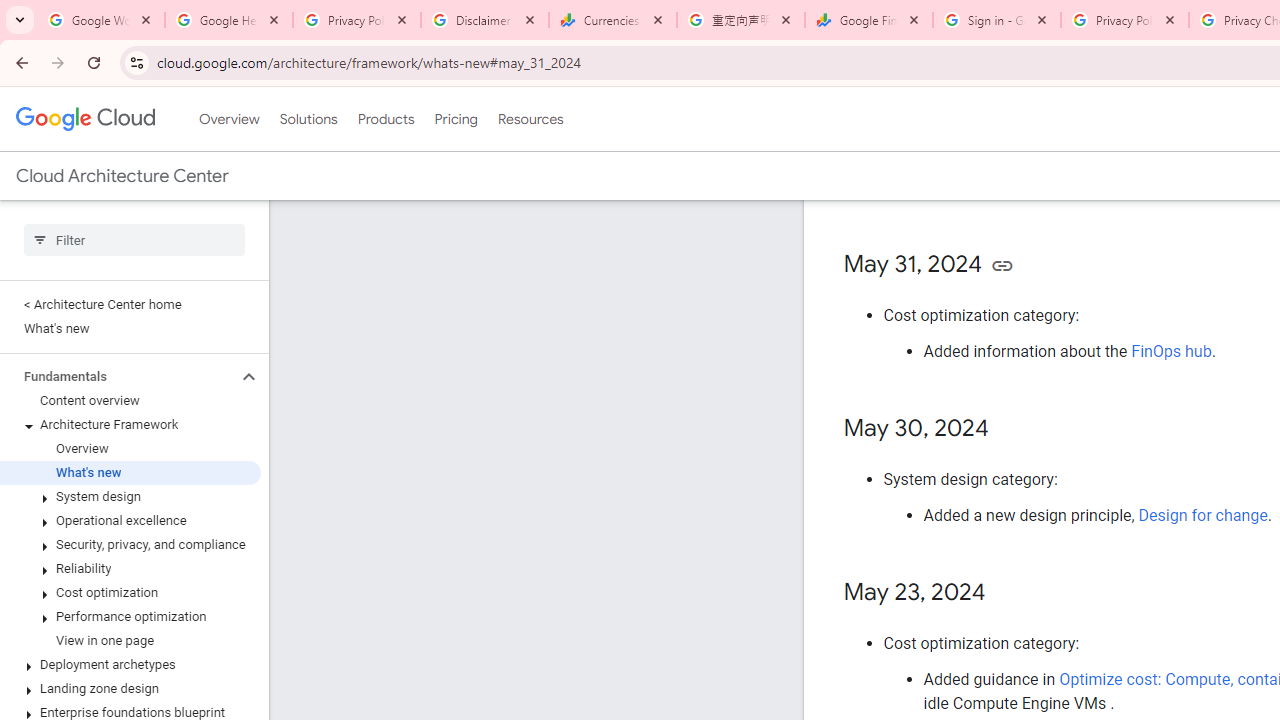 This screenshot has width=1280, height=720. What do you see at coordinates (129, 664) in the screenshot?
I see `'Deployment archetypes'` at bounding box center [129, 664].